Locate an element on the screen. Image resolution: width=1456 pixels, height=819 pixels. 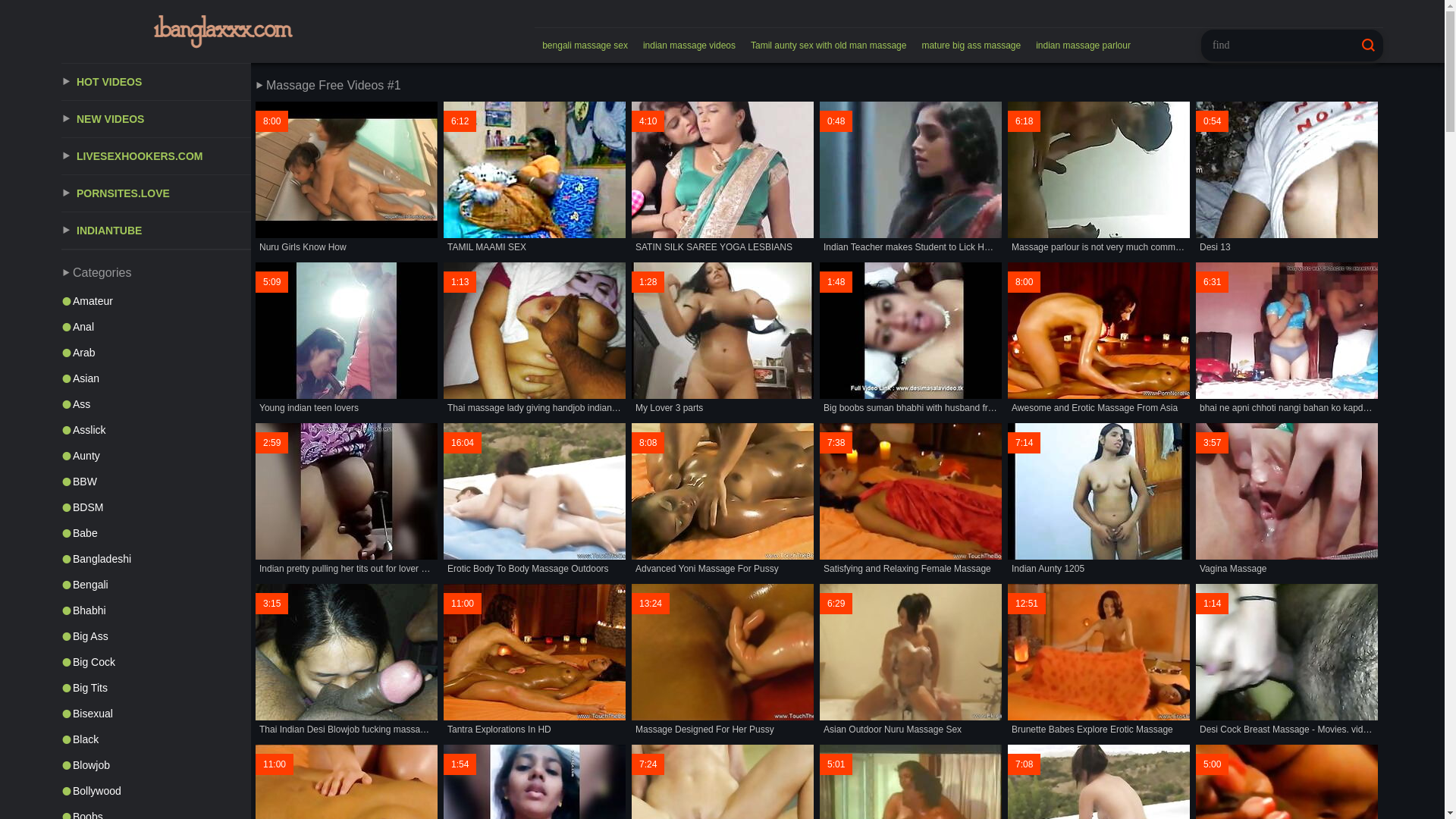
'Aunty' is located at coordinates (61, 455).